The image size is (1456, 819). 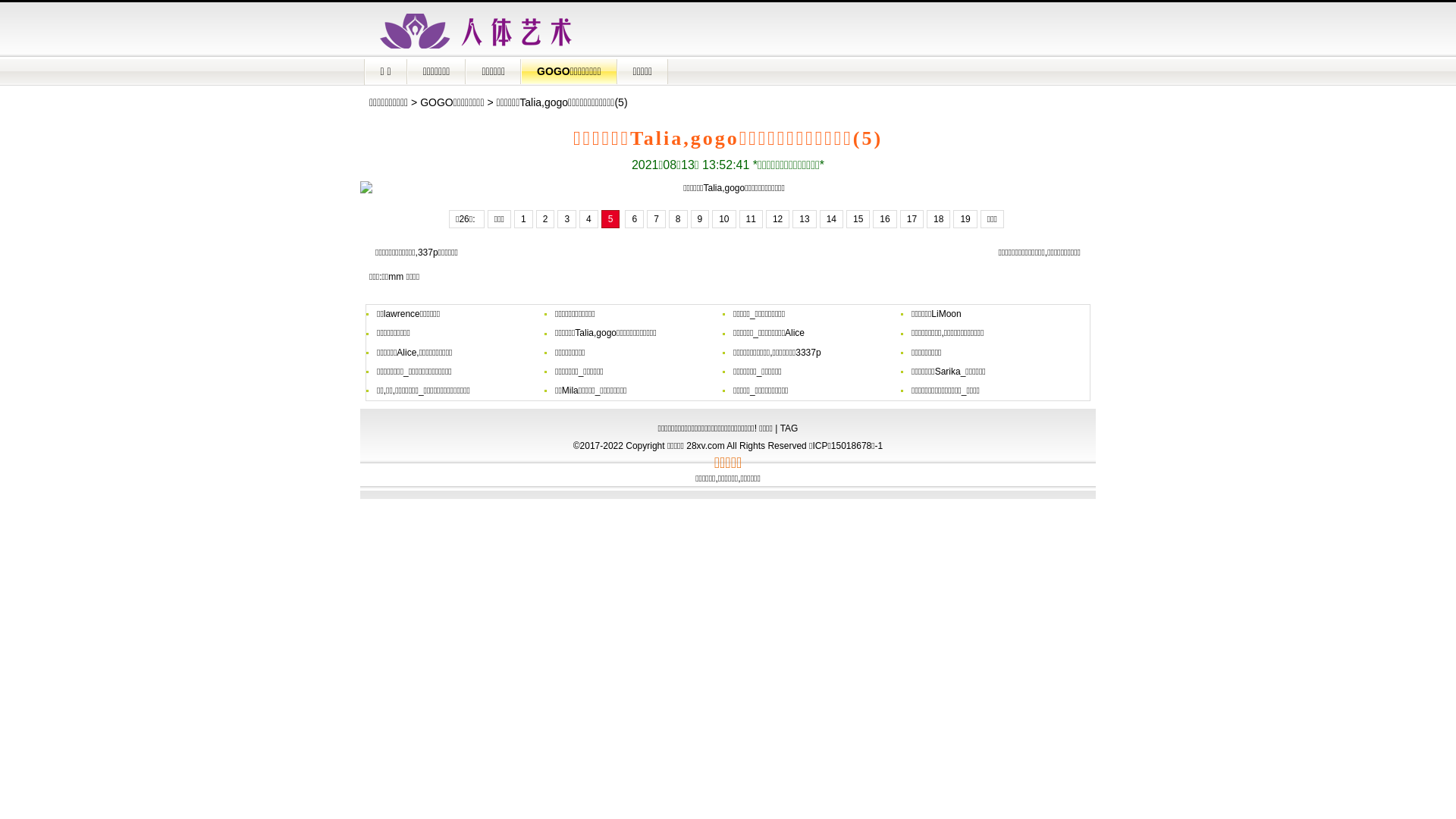 I want to click on '6', so click(x=625, y=219).